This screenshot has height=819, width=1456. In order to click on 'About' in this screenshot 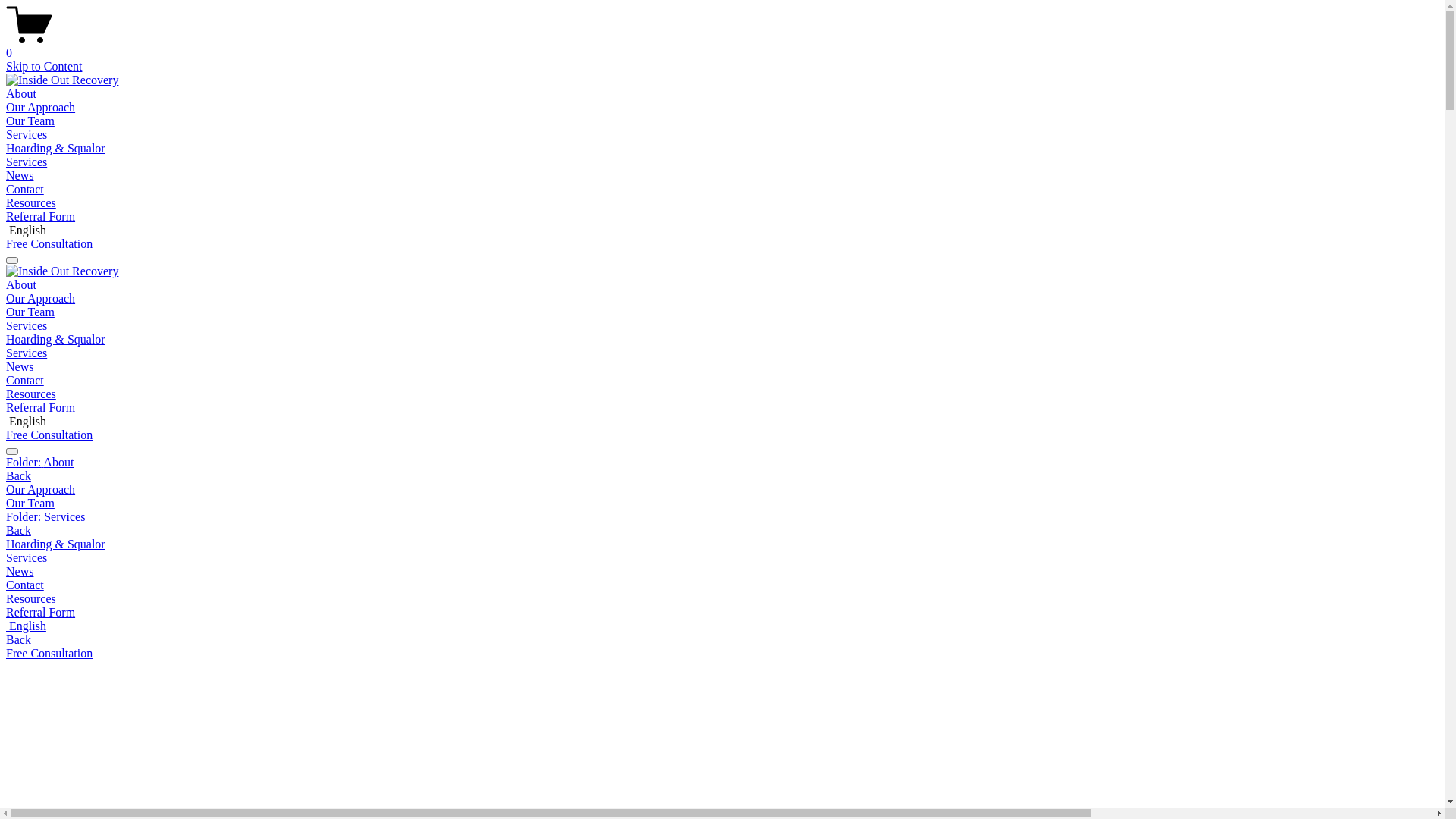, I will do `click(21, 93)`.